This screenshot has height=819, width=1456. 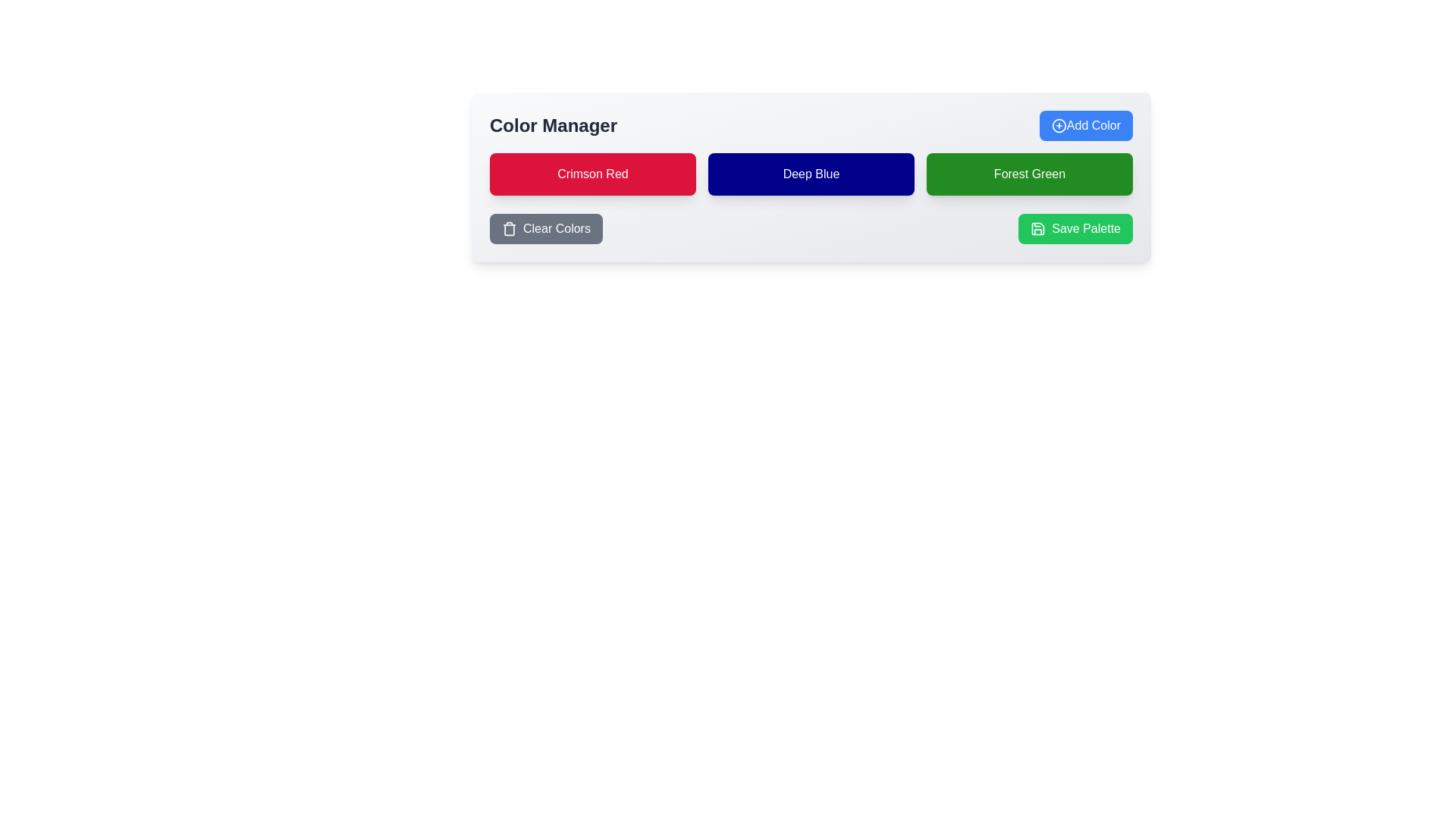 I want to click on the trash bin icon within the 'Clear Colors' button to initiate the clear colors action, so click(x=510, y=228).